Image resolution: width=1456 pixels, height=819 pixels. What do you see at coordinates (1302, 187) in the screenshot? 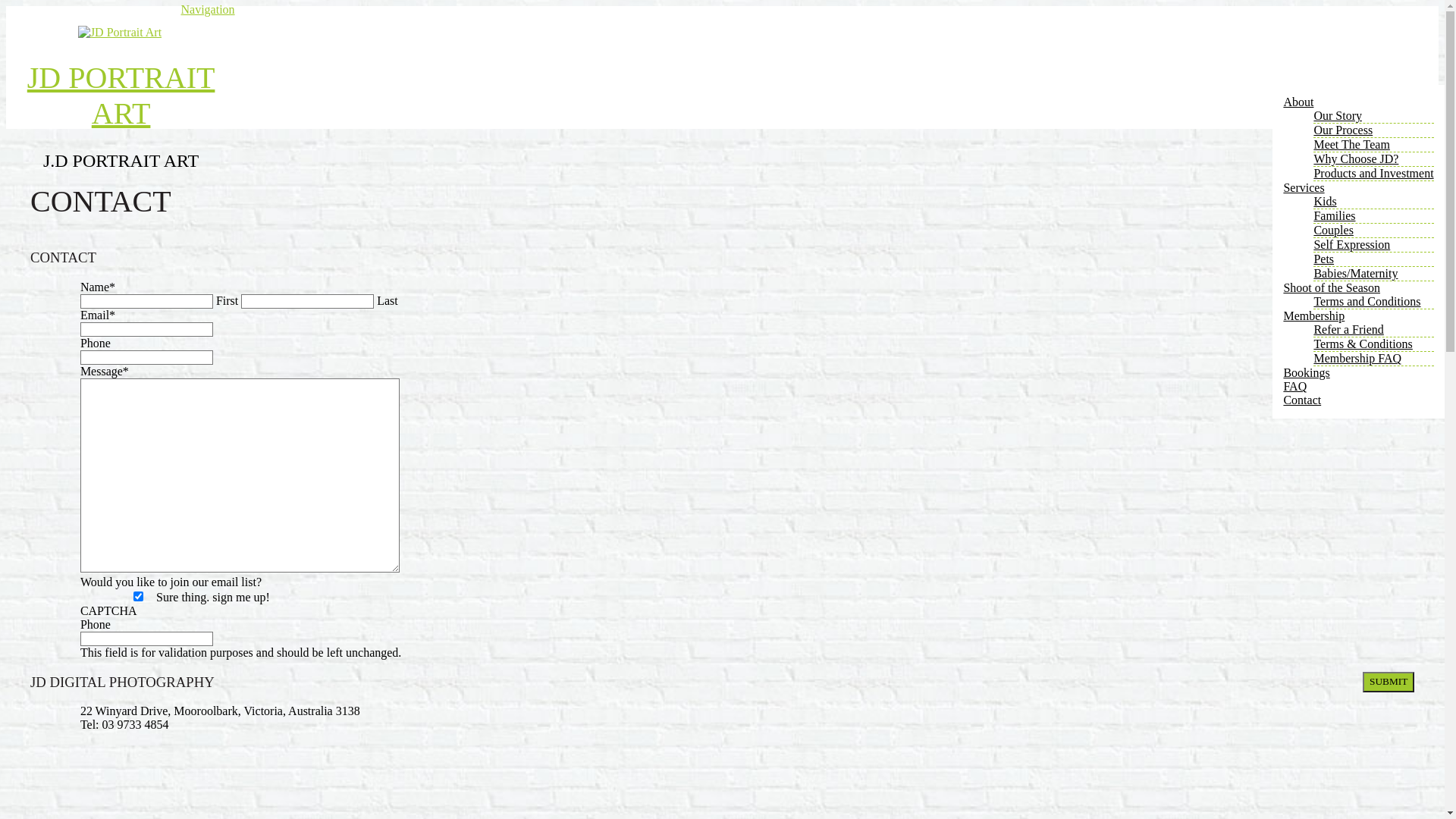
I see `'Services'` at bounding box center [1302, 187].